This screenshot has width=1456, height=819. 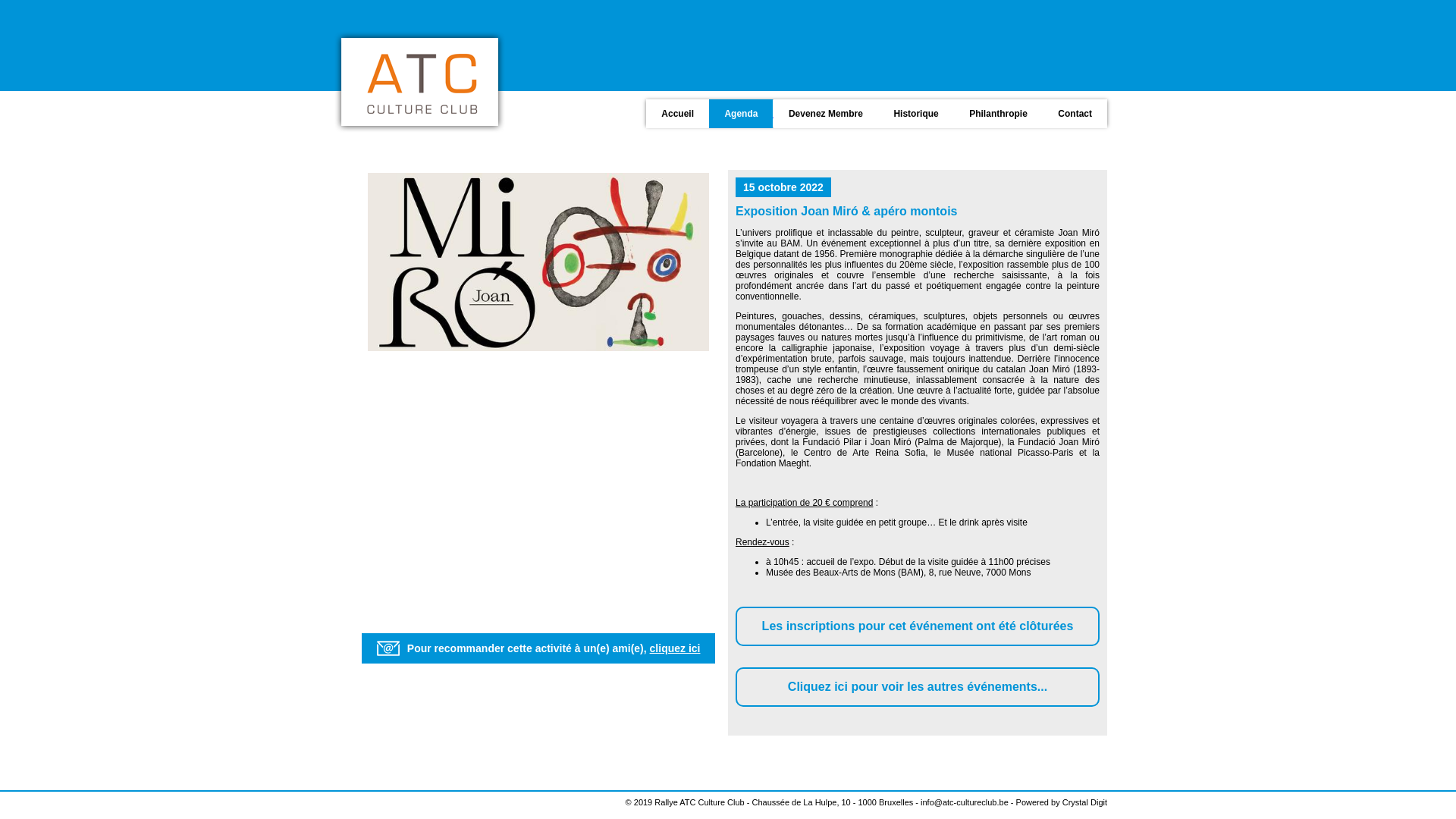 I want to click on 'Powered by Crystal Digit', so click(x=1061, y=801).